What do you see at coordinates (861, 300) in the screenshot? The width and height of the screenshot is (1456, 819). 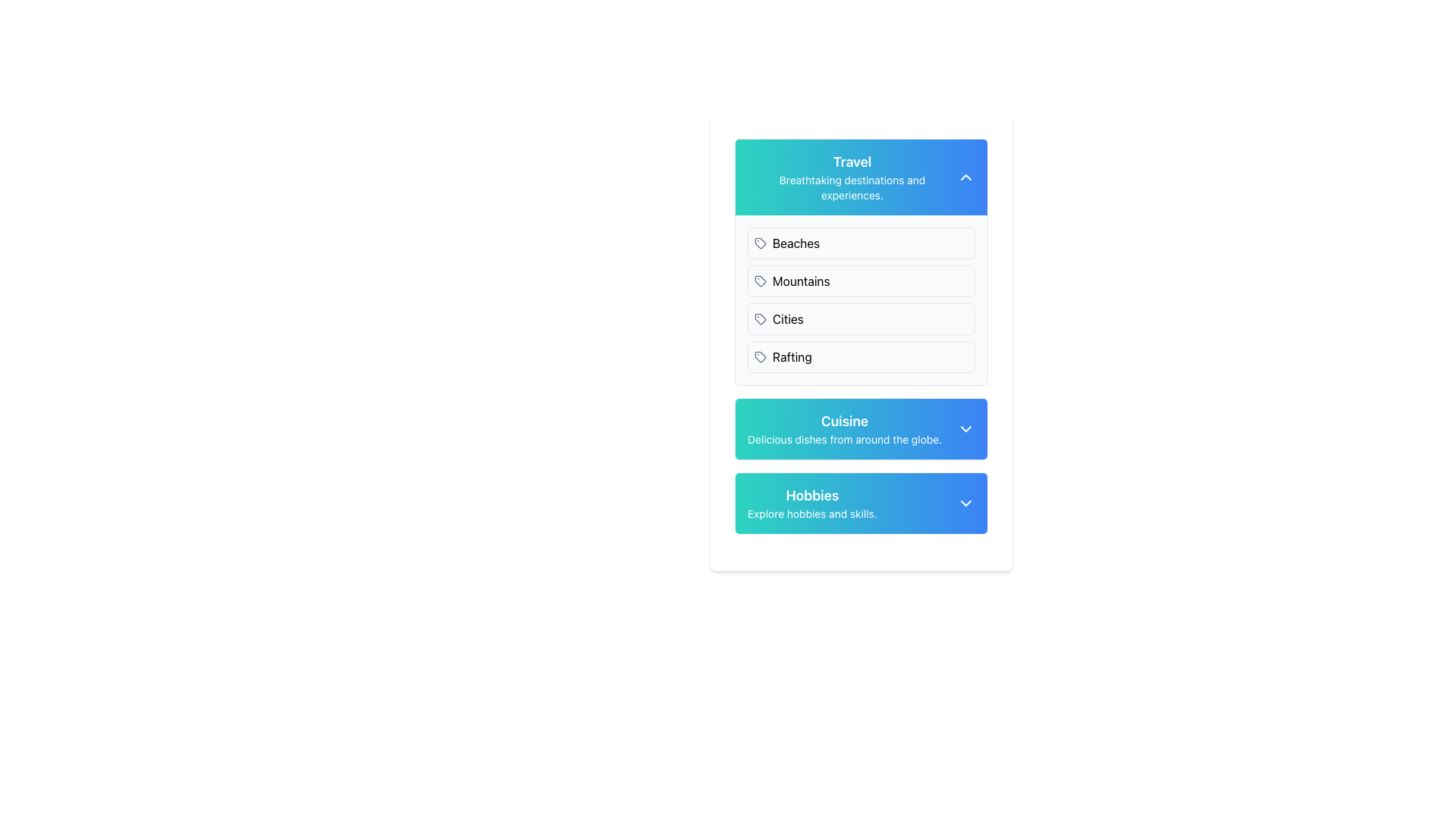 I see `the 'Beaches', 'Mountains', 'Cities', or 'Rafting' button in the Stacked button menu` at bounding box center [861, 300].